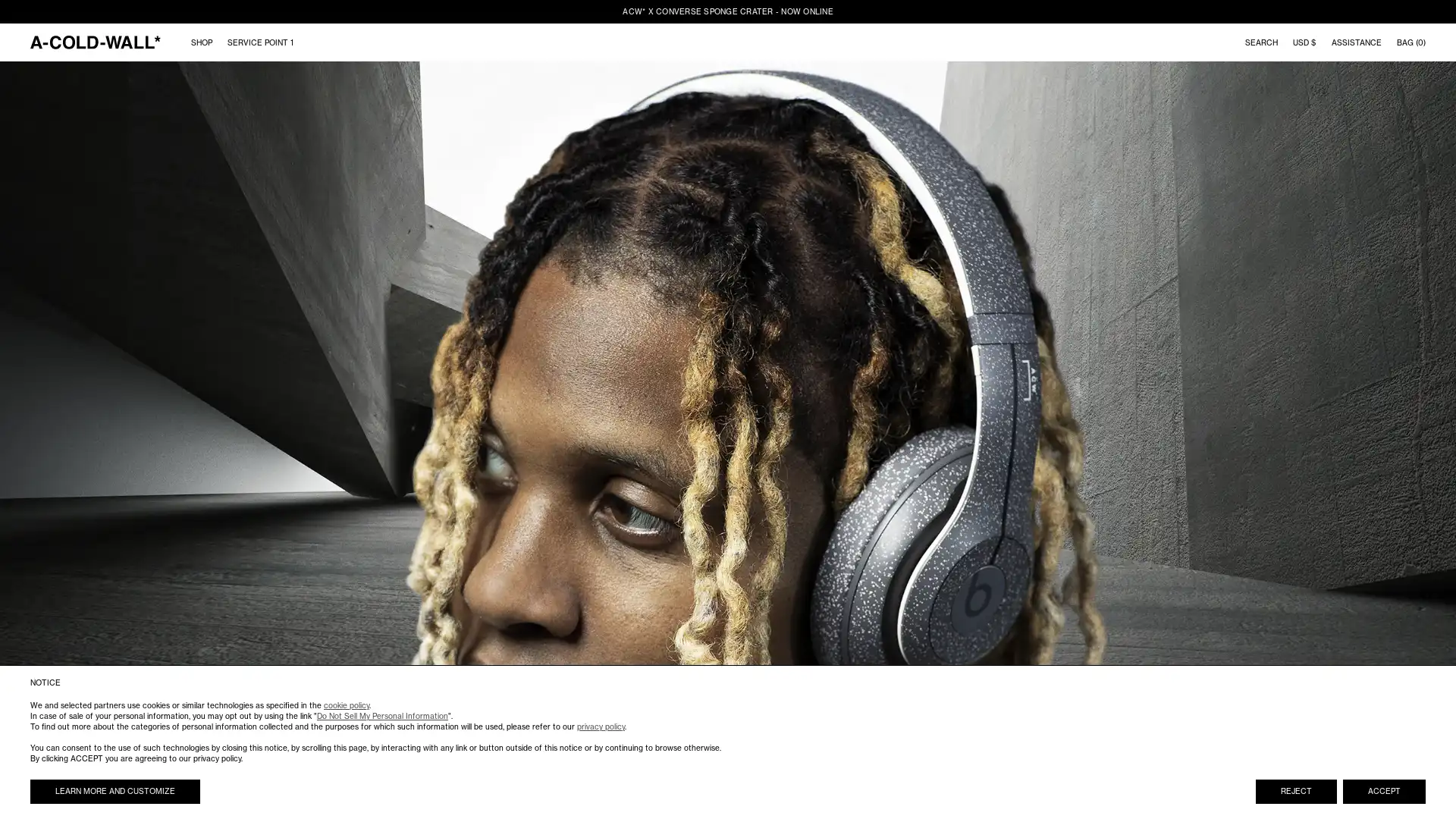 The width and height of the screenshot is (1456, 819). I want to click on REJECT, so click(1295, 791).